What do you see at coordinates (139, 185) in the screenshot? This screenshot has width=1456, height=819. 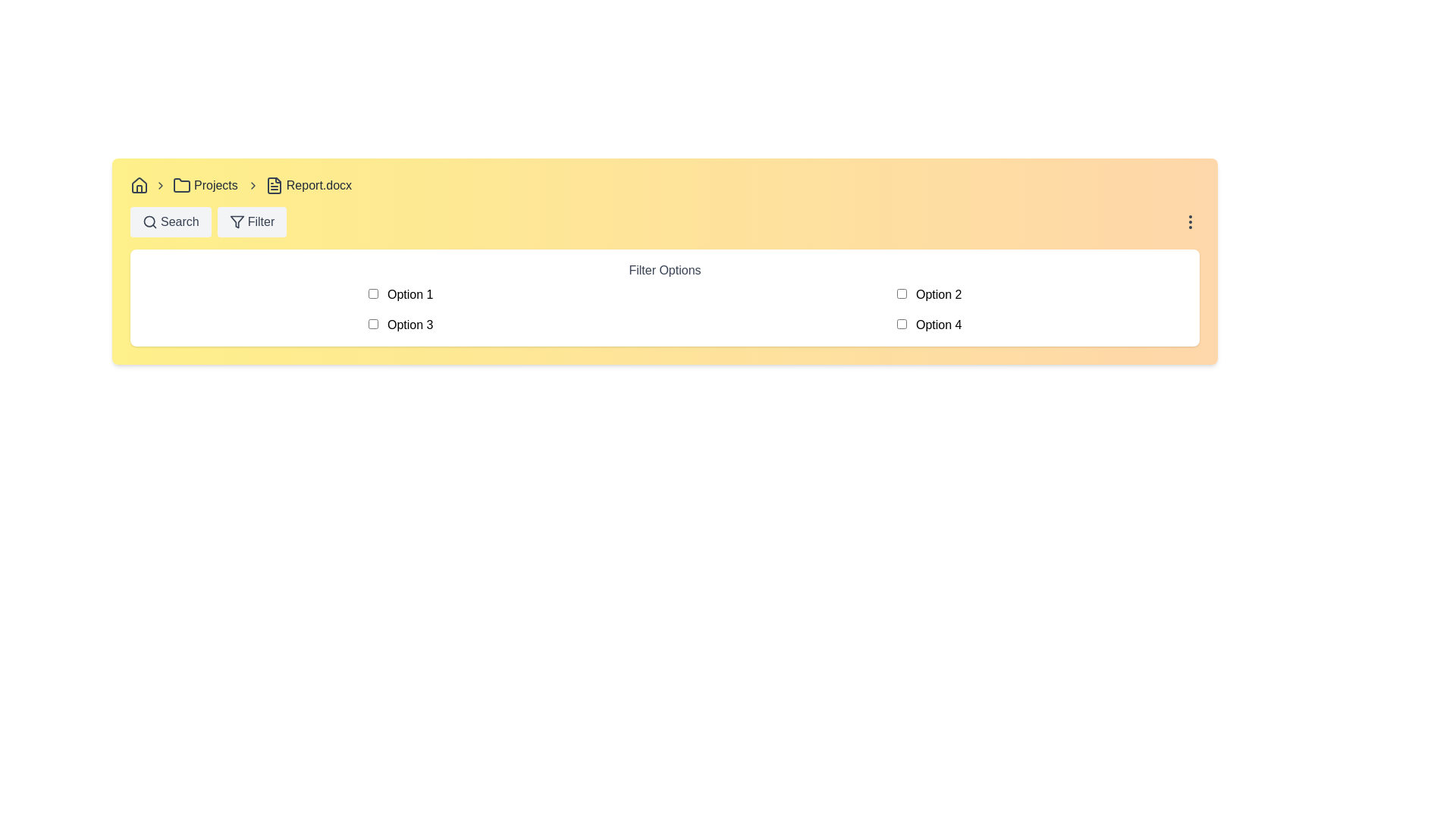 I see `the 'Home' icon located at the top-left corner of the breadcrumb navigation bar` at bounding box center [139, 185].